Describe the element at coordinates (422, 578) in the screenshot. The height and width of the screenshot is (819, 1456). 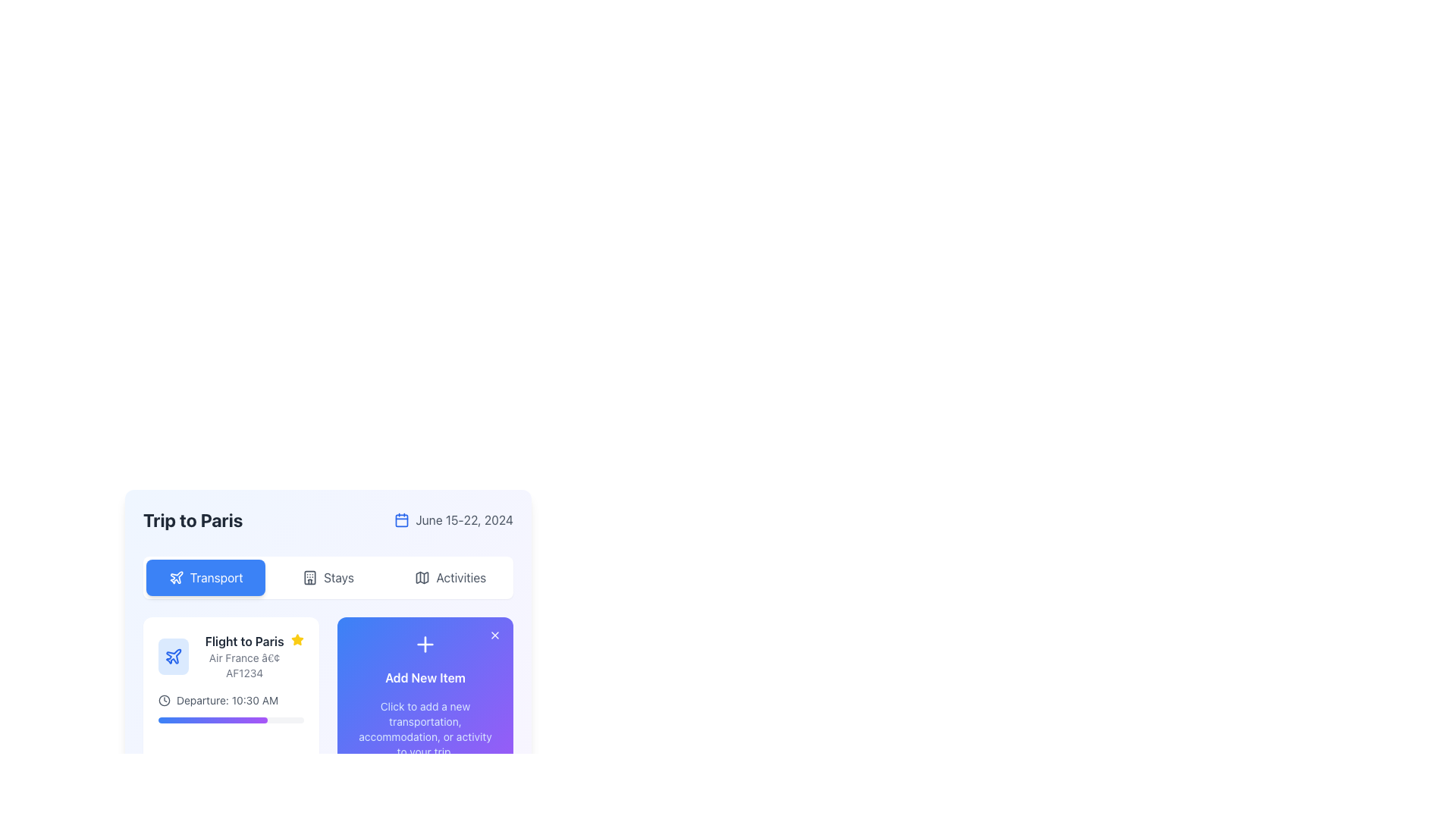
I see `the 'Activities' button by clicking on the map icon, which is a folded map design outlined in monochromatic tones, located to the left of the text 'Activities'` at that location.